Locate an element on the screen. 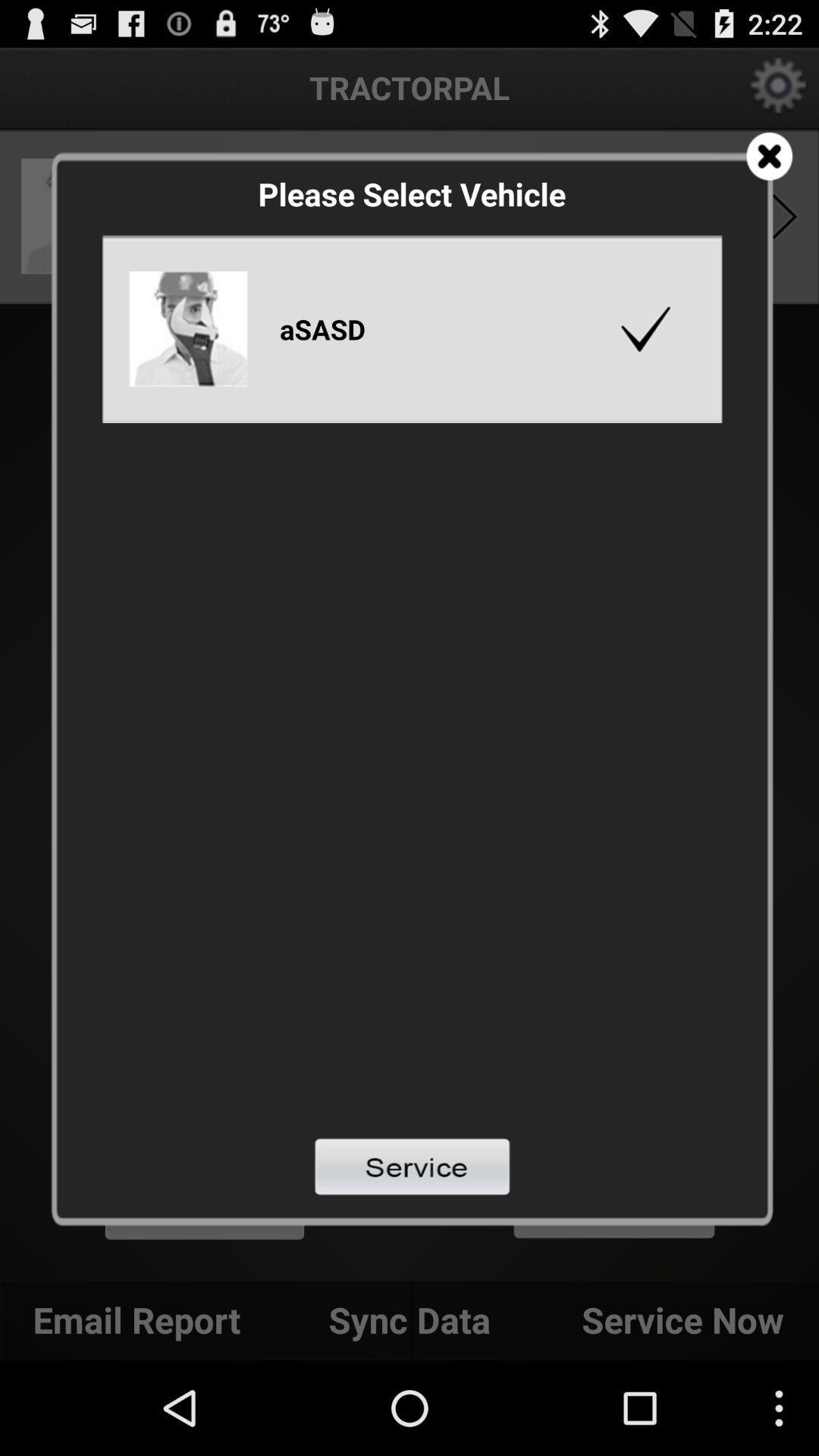 The height and width of the screenshot is (1456, 819). service is located at coordinates (412, 1166).